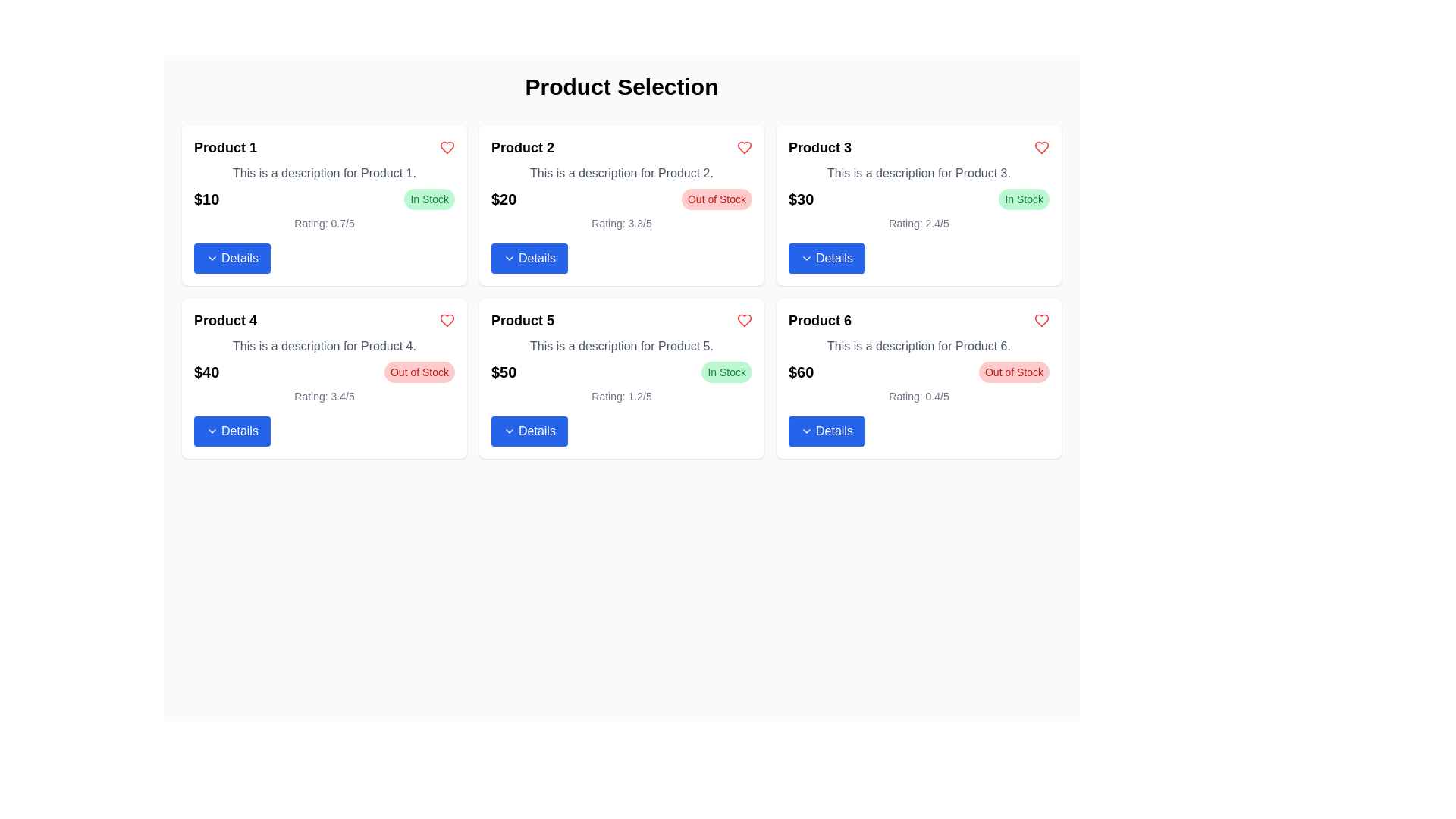  What do you see at coordinates (745, 148) in the screenshot?
I see `the red outlined heart icon button in the top-right corner of the card for 'Product 2'` at bounding box center [745, 148].